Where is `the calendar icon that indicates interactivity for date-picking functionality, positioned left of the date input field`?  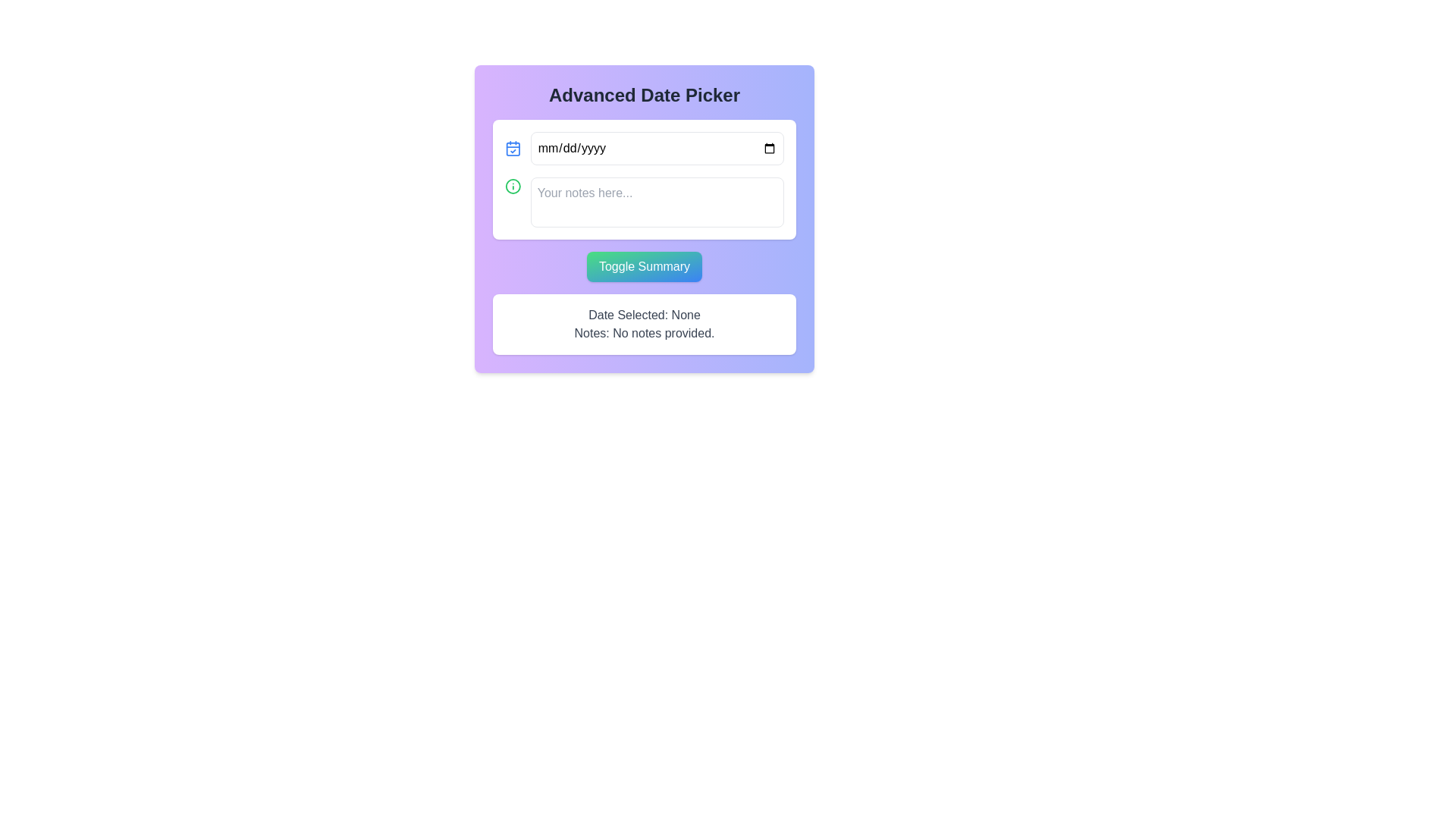
the calendar icon that indicates interactivity for date-picking functionality, positioned left of the date input field is located at coordinates (513, 149).